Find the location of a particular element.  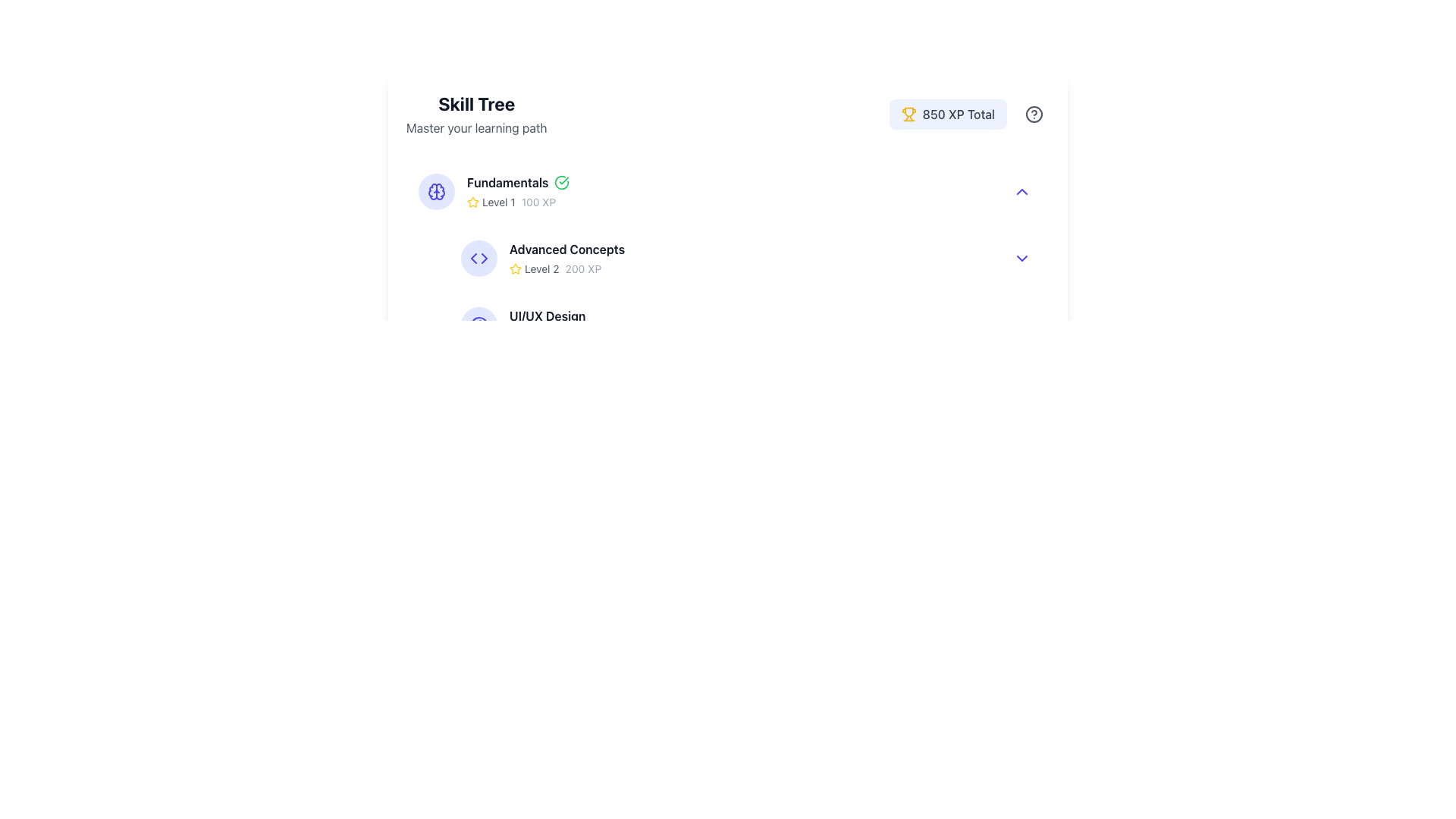

the right-pointing arrow symbol in the skill tree interface is located at coordinates (483, 257).